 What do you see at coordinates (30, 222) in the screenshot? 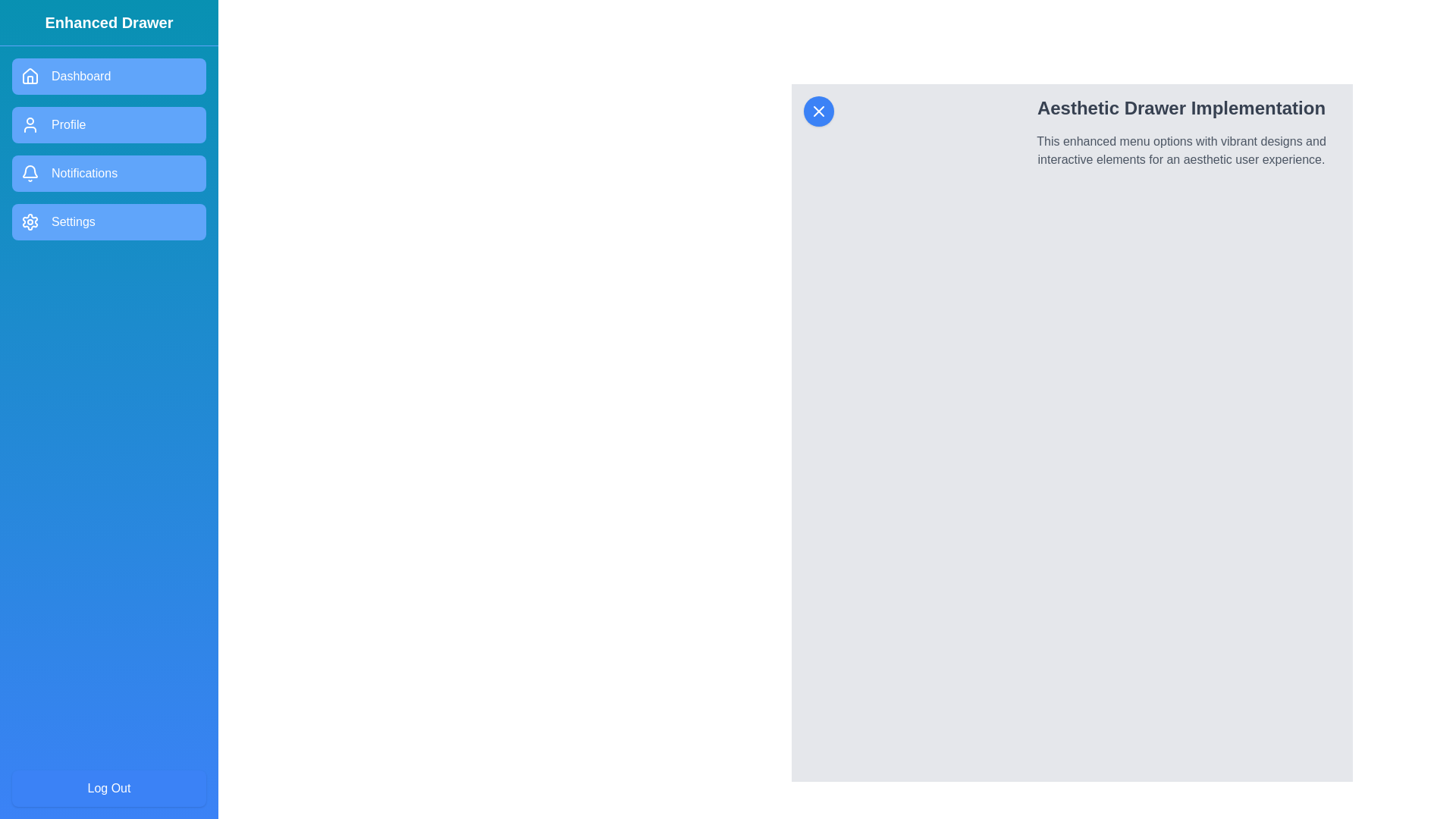
I see `the cogwheel icon with a hollow center and thin outline that is positioned next to the 'Settings' label in the vertical menu` at bounding box center [30, 222].